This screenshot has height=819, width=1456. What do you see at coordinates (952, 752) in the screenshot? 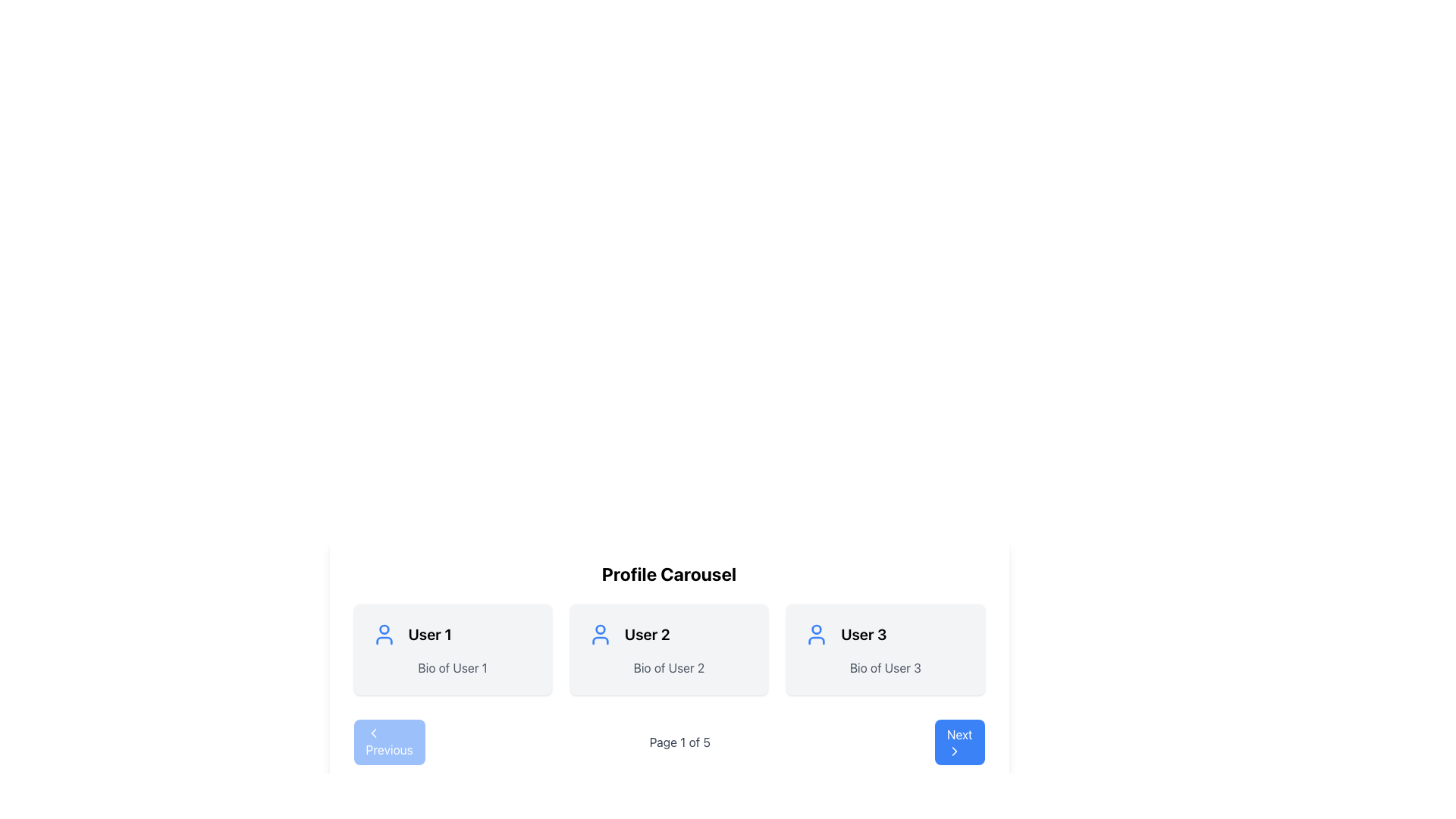
I see `the right-pointing chevron icon within the blue 'Next' button` at bounding box center [952, 752].